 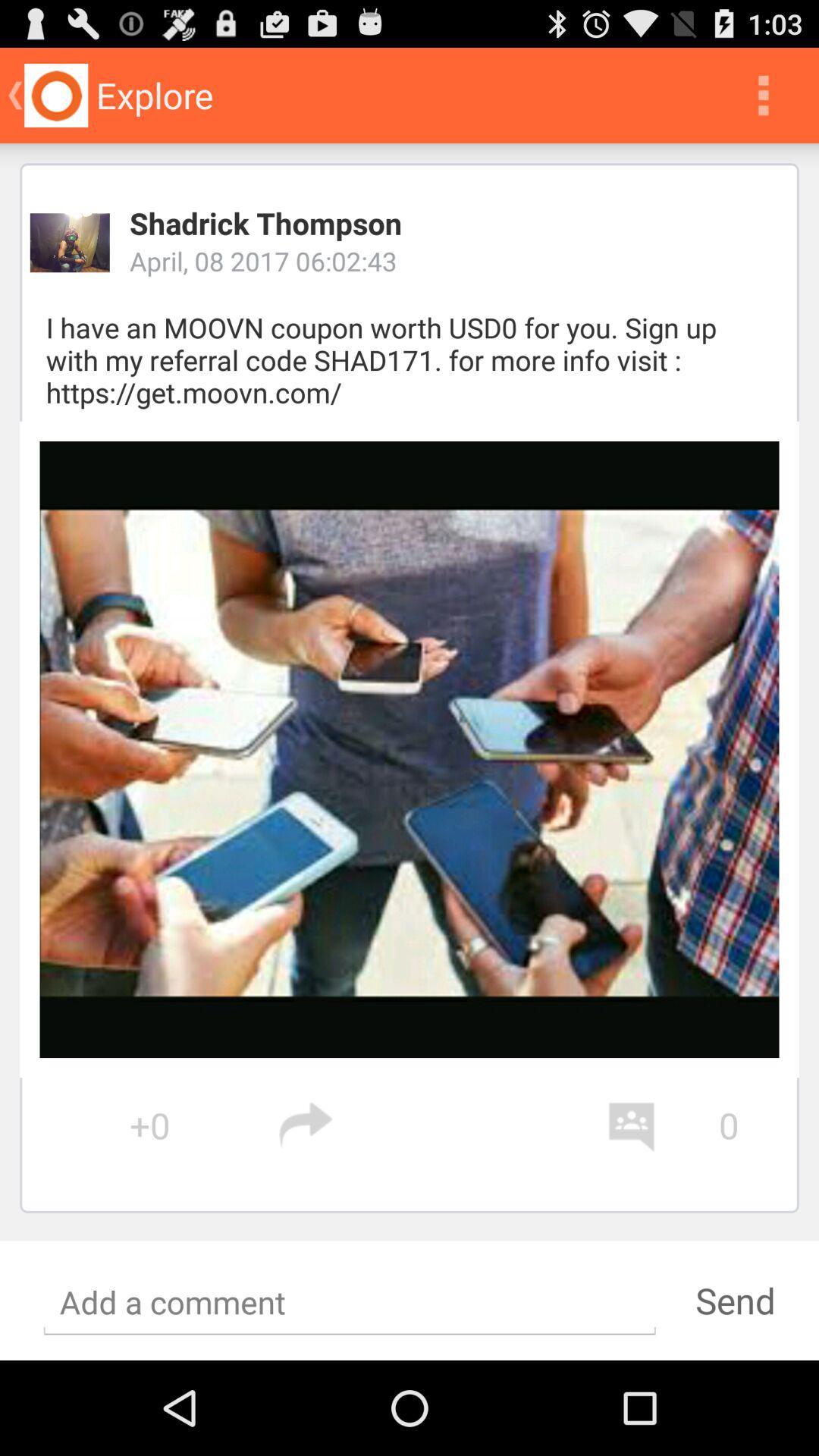 What do you see at coordinates (734, 1300) in the screenshot?
I see `app below the no activity!` at bounding box center [734, 1300].